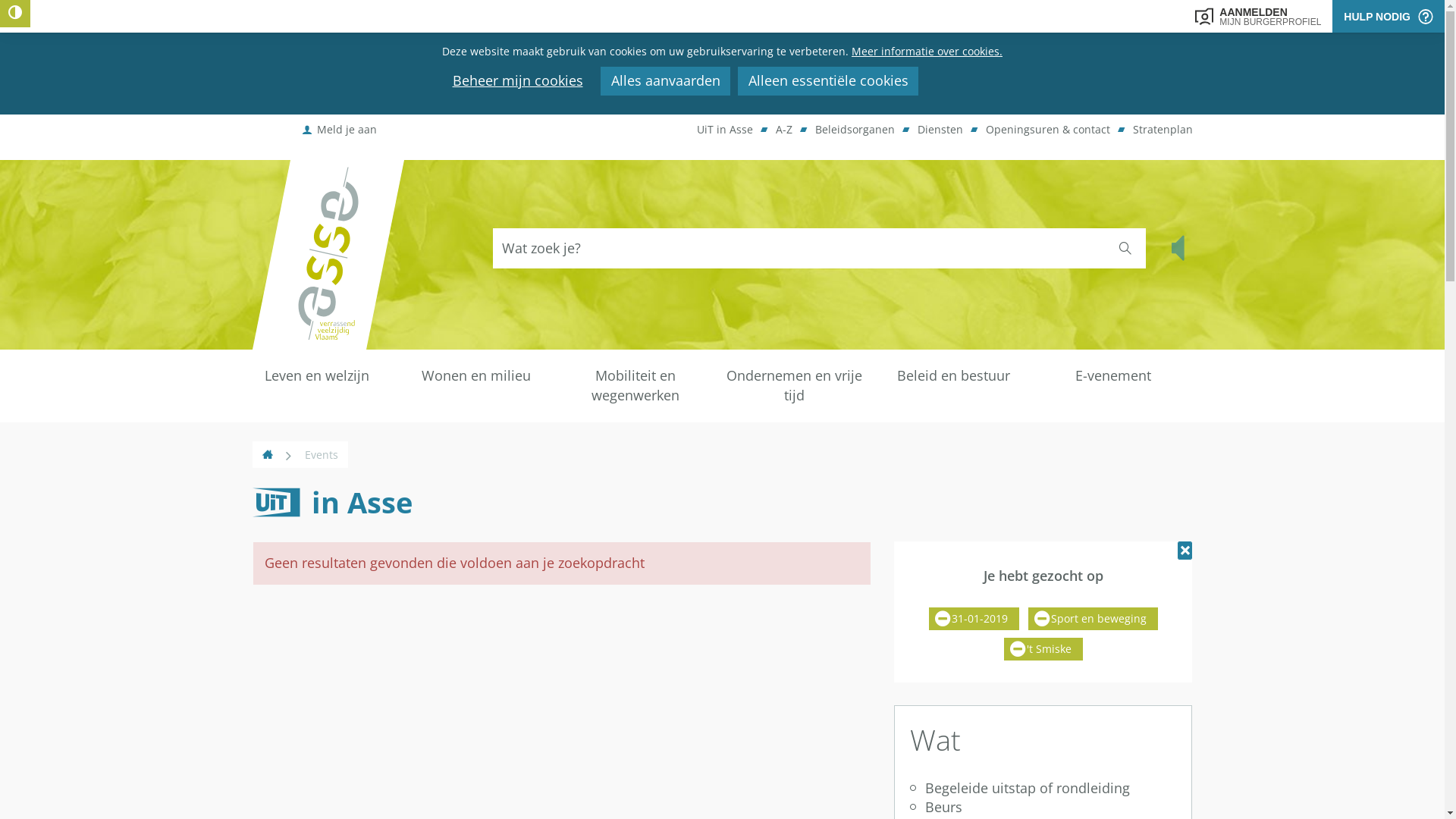 The image size is (1456, 819). I want to click on 'Zoek', so click(1125, 247).